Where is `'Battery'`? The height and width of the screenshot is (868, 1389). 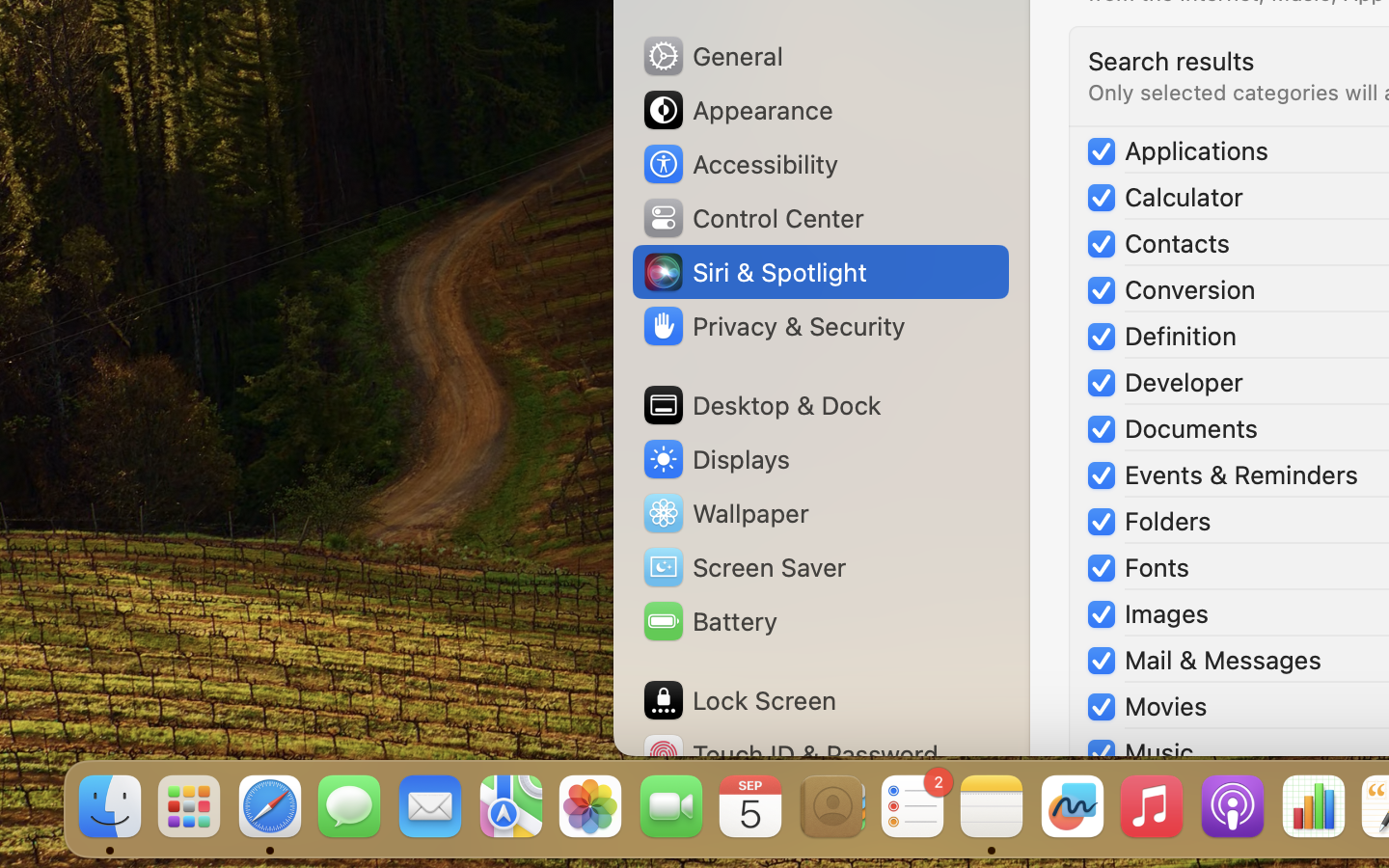 'Battery' is located at coordinates (707, 621).